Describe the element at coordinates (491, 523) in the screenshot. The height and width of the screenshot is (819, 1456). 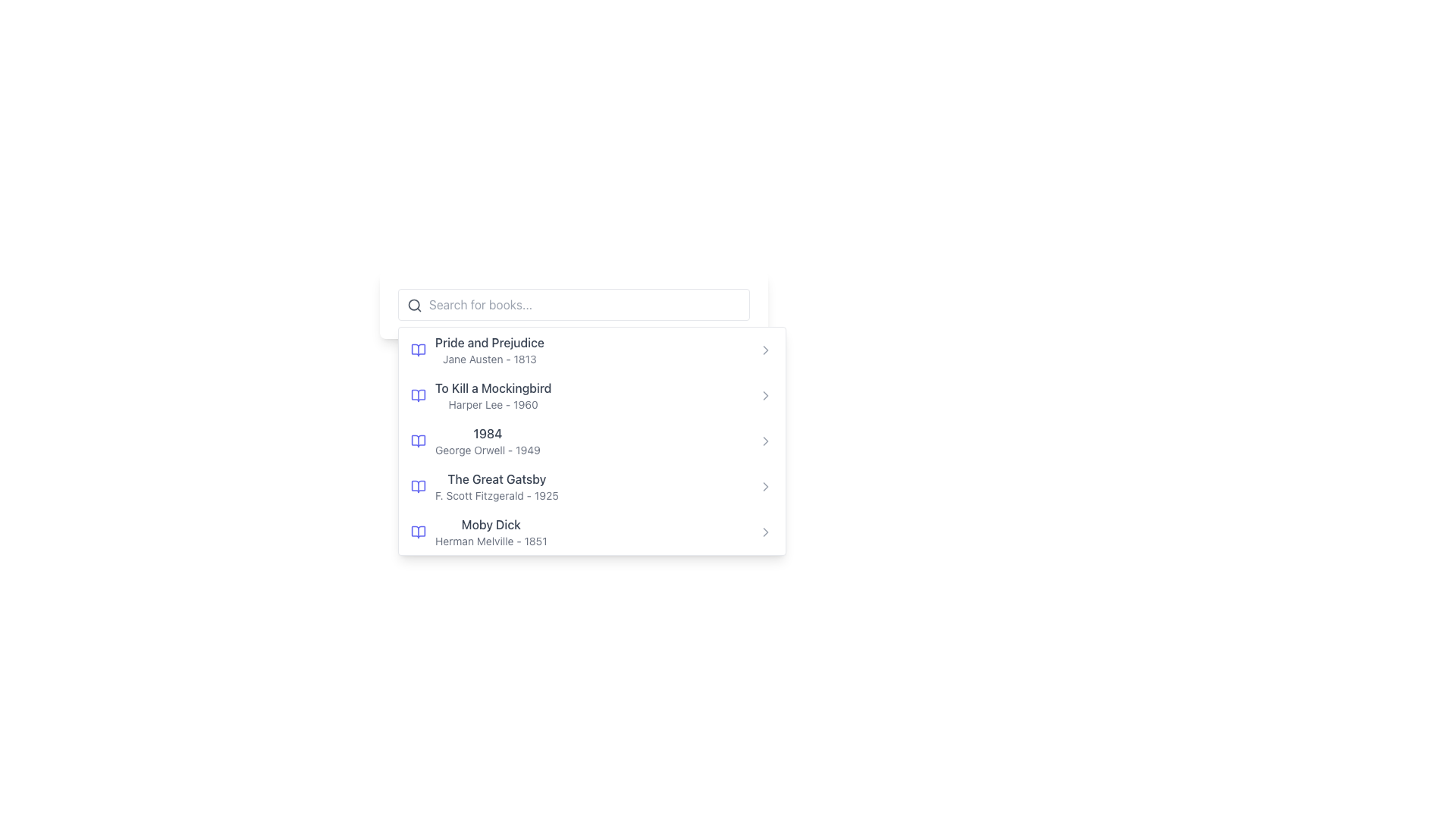
I see `the Text Label displaying 'Moby Dick' in the dropdown list under 'Search for books...' bar, specifically in the fifth position` at that location.